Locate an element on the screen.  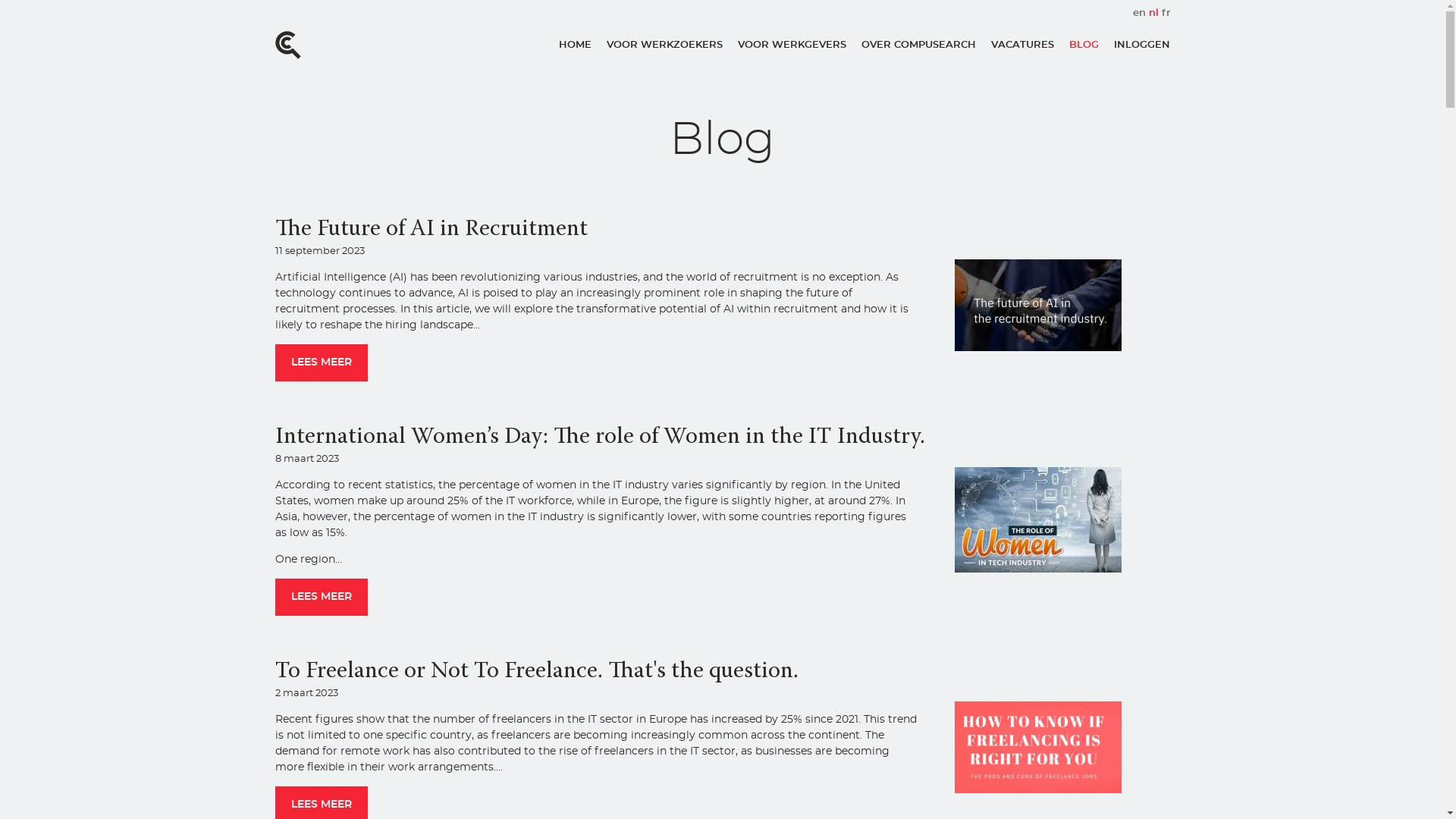
'To Freelance or Not To Freelance. That's the question.' is located at coordinates (535, 671).